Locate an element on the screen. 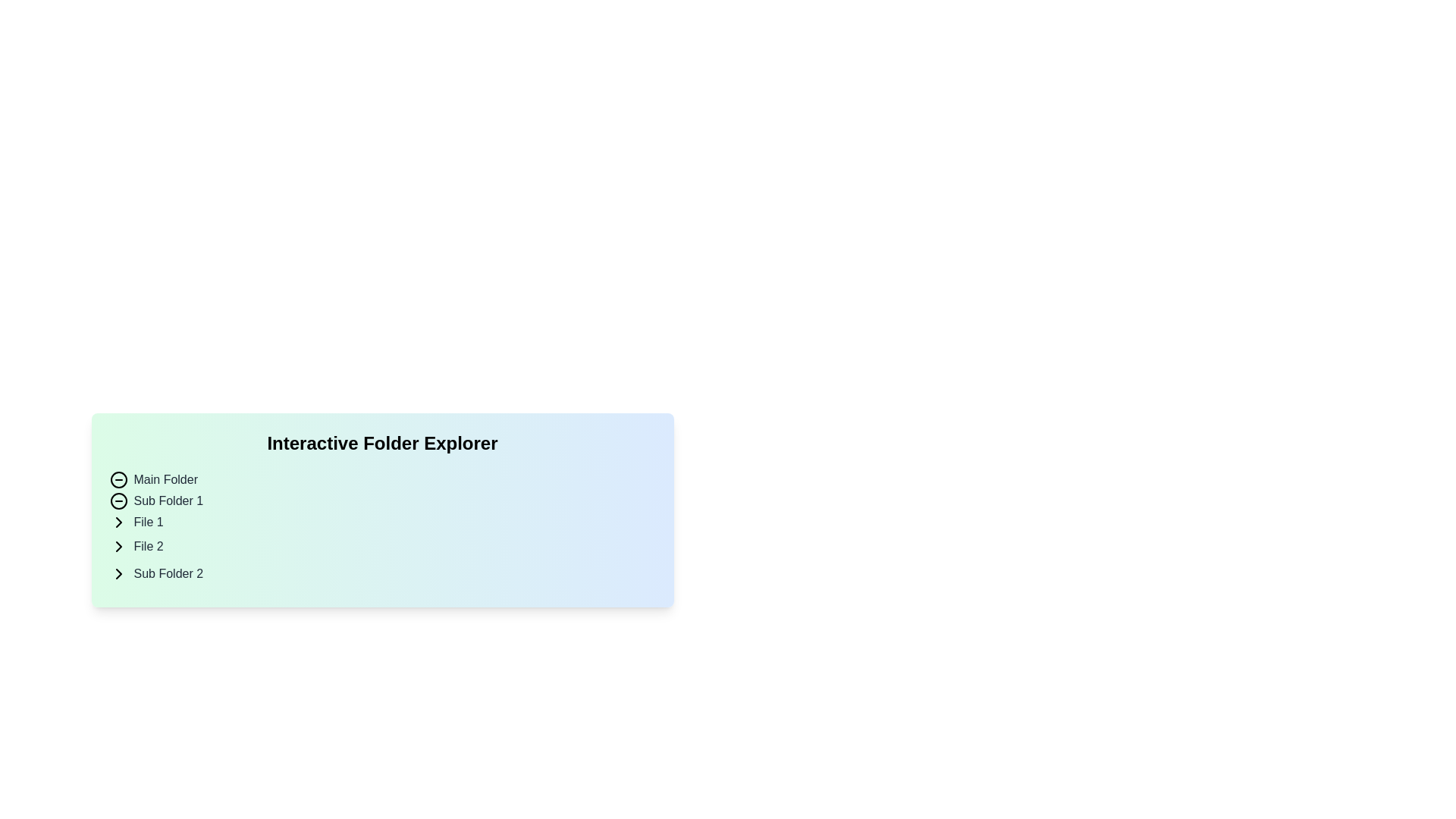  the bold text label reading 'Interactive Folder Explorer' at the top of its section to trigger the tooltip is located at coordinates (382, 444).